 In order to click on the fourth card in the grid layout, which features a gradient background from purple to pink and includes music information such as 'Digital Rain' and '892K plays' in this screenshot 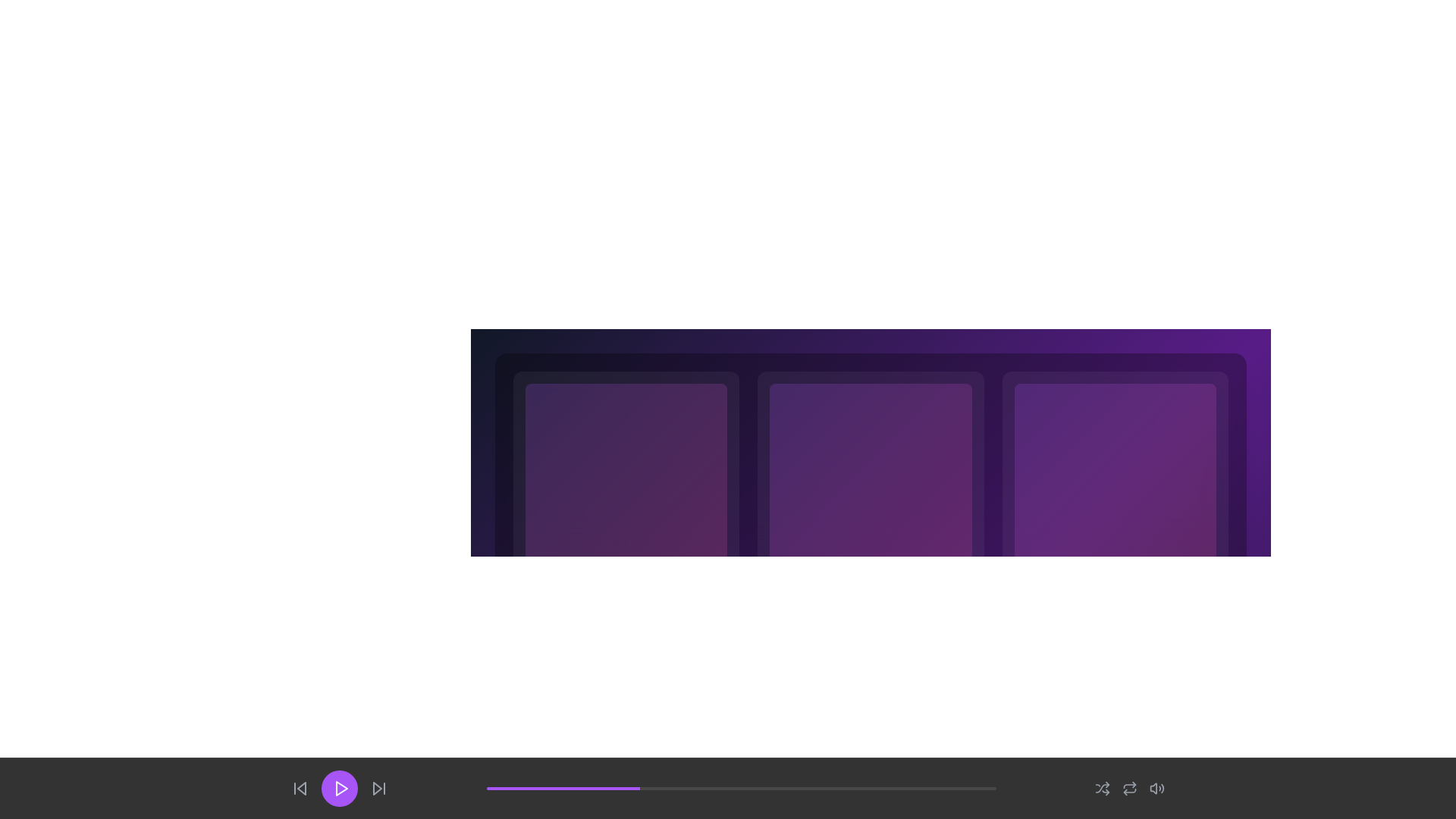, I will do `click(1115, 525)`.